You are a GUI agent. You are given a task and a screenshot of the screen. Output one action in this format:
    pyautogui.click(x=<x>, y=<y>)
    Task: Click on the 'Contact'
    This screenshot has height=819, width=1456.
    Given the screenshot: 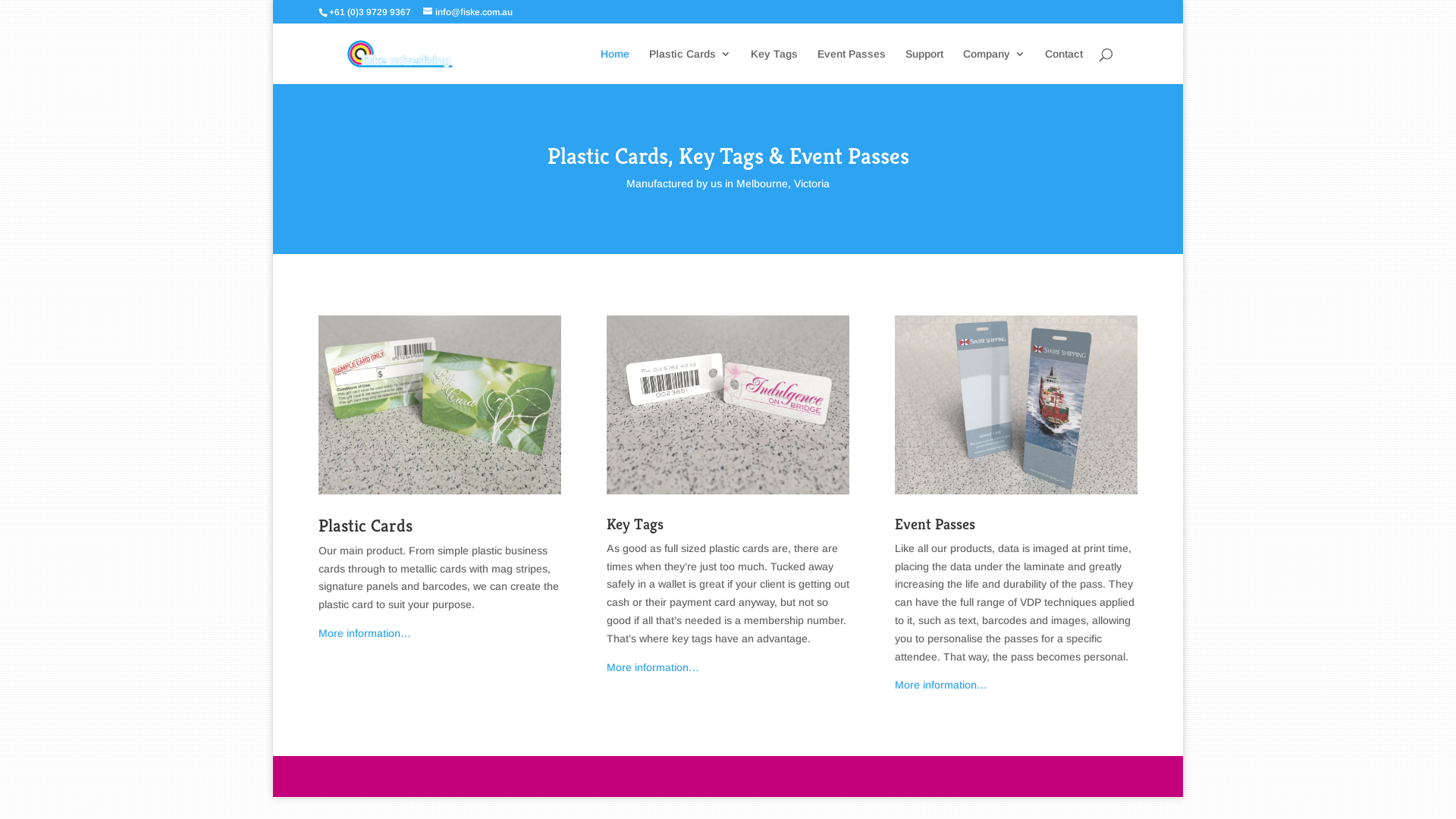 What is the action you would take?
    pyautogui.click(x=1043, y=65)
    